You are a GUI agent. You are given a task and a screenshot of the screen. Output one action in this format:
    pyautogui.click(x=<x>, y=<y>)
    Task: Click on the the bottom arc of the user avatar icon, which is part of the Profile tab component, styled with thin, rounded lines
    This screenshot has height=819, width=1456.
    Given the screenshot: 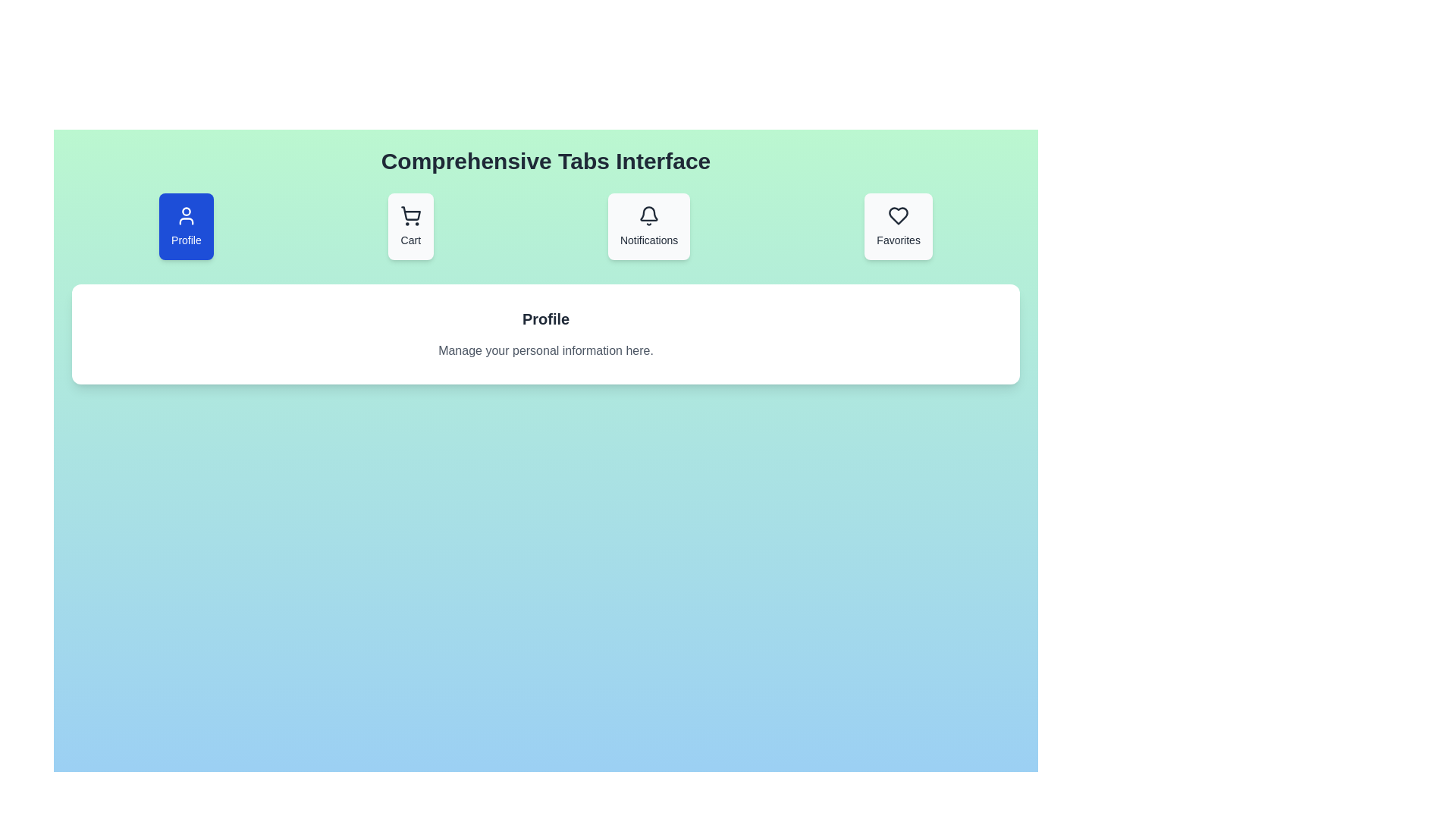 What is the action you would take?
    pyautogui.click(x=185, y=221)
    